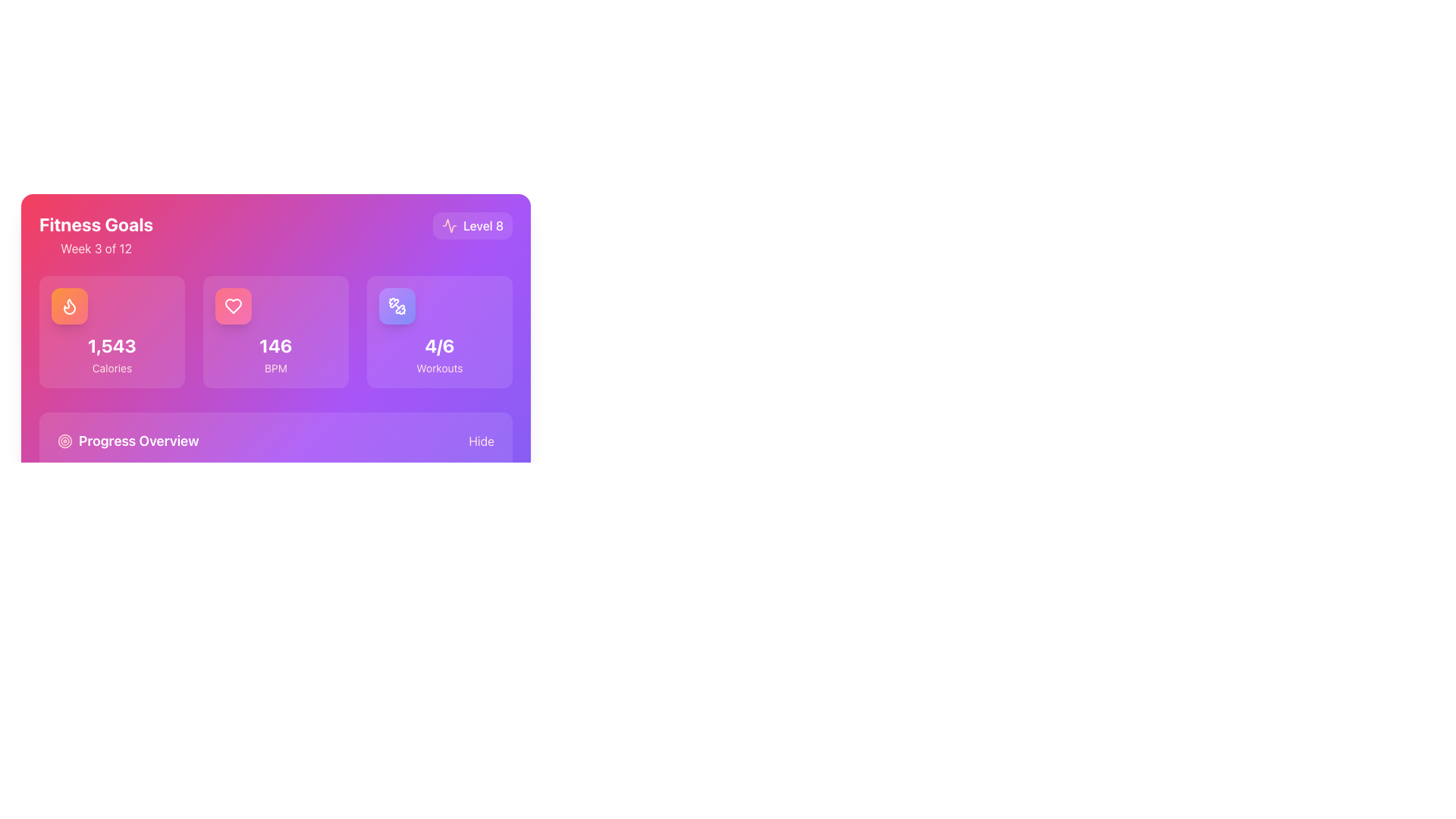 This screenshot has width=1456, height=819. I want to click on the 'Calories' icon located in the top-left card of the dashboard interface, which is centered above the text 'Calories' and the value '1,543', so click(68, 306).